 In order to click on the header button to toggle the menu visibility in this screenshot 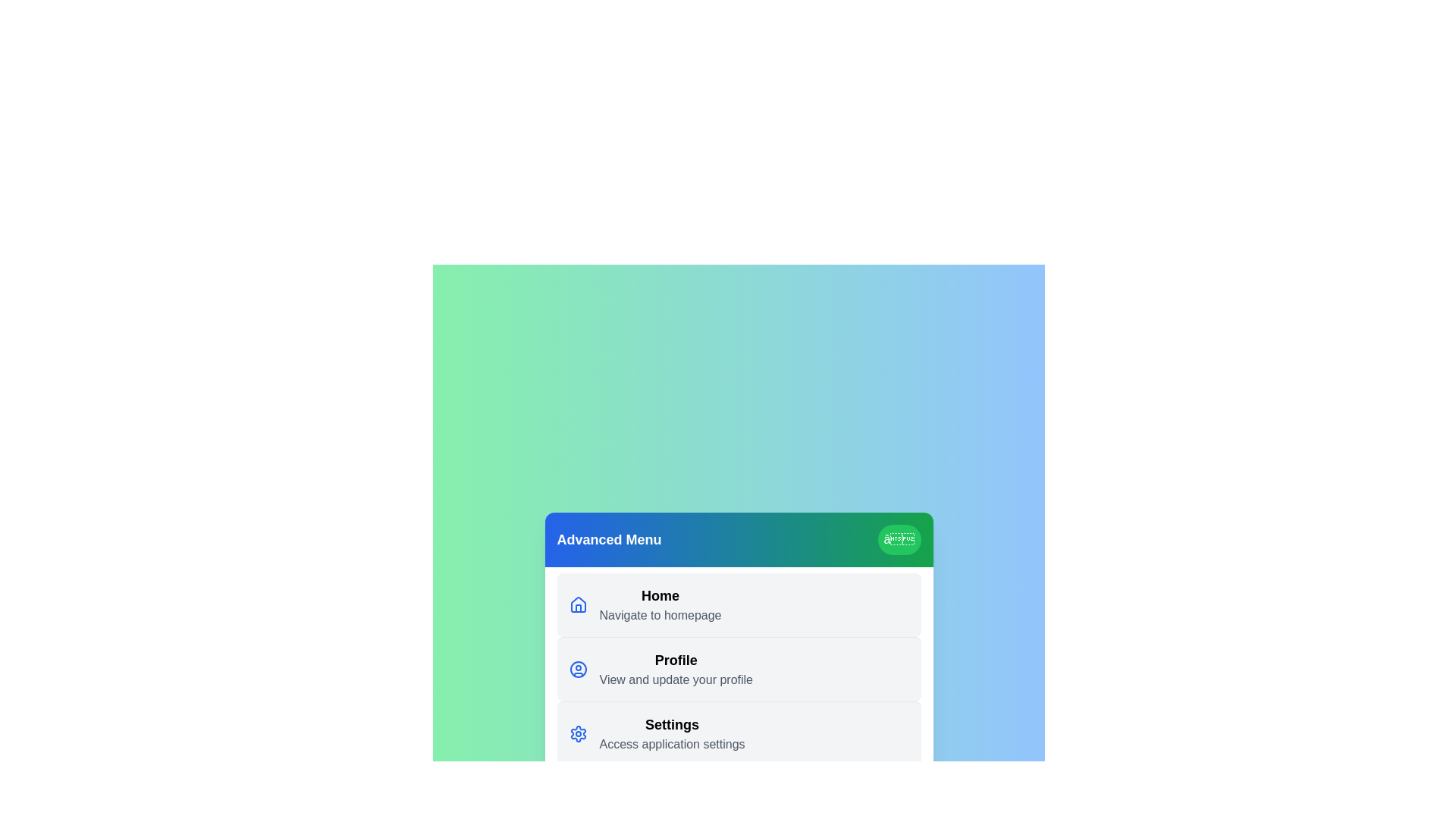, I will do `click(899, 538)`.